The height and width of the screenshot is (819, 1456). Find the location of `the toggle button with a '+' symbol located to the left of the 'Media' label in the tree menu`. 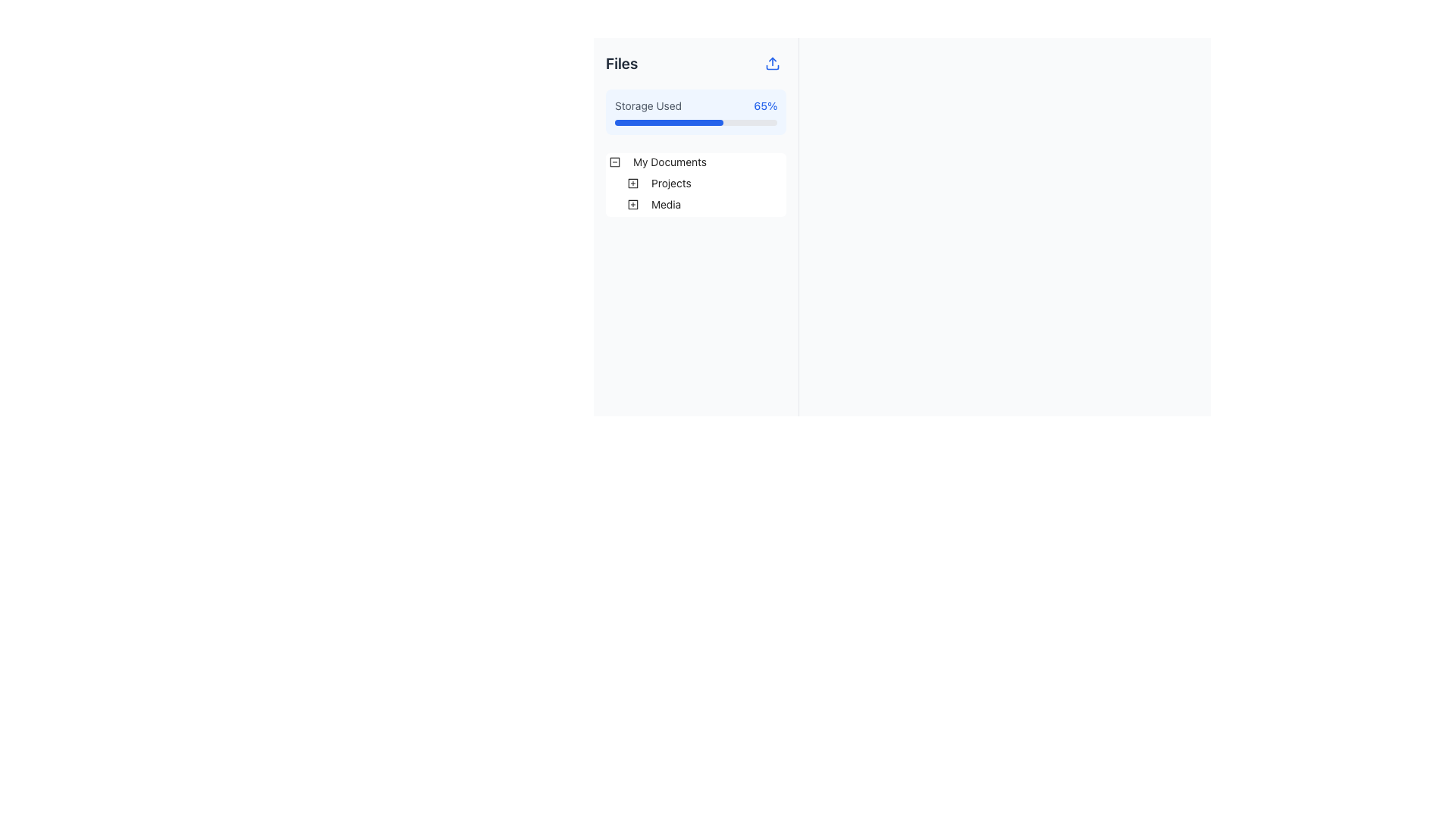

the toggle button with a '+' symbol located to the left of the 'Media' label in the tree menu is located at coordinates (633, 205).